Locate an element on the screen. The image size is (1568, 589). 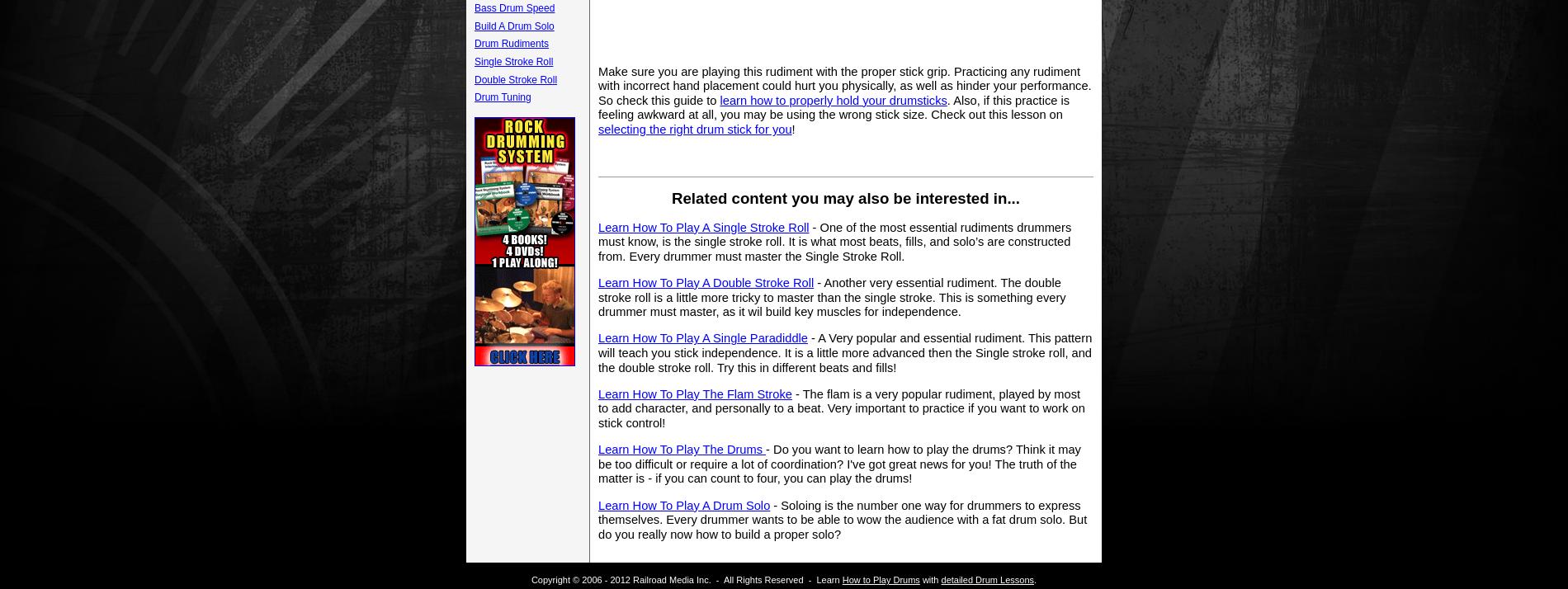
'Learn How To Play The Drums' is located at coordinates (597, 448).